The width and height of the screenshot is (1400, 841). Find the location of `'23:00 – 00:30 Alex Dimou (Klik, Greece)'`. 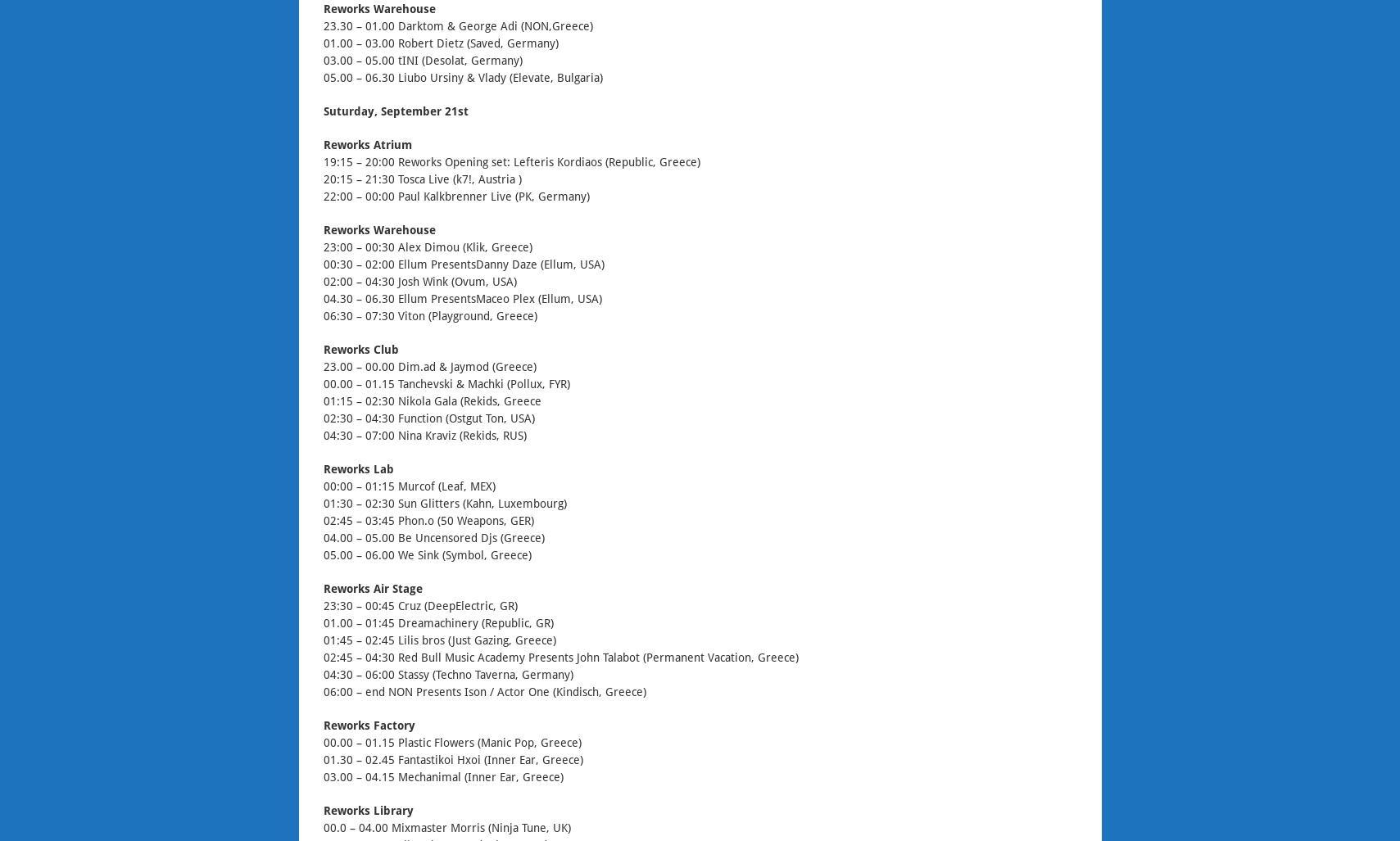

'23:00 – 00:30 Alex Dimou (Klik, Greece)' is located at coordinates (321, 246).